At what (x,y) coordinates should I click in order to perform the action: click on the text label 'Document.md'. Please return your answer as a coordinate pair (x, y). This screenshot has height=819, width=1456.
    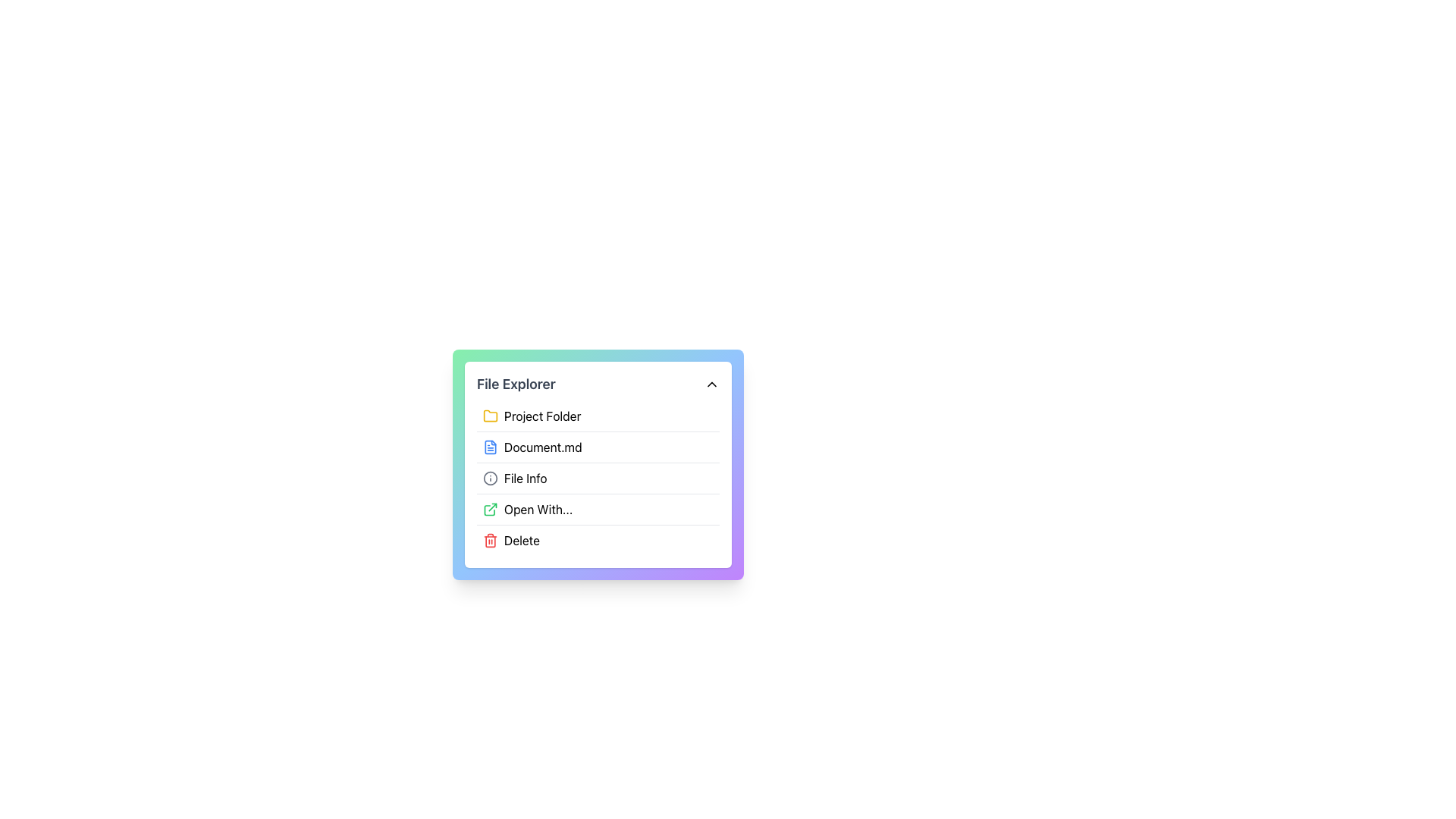
    Looking at the image, I should click on (542, 447).